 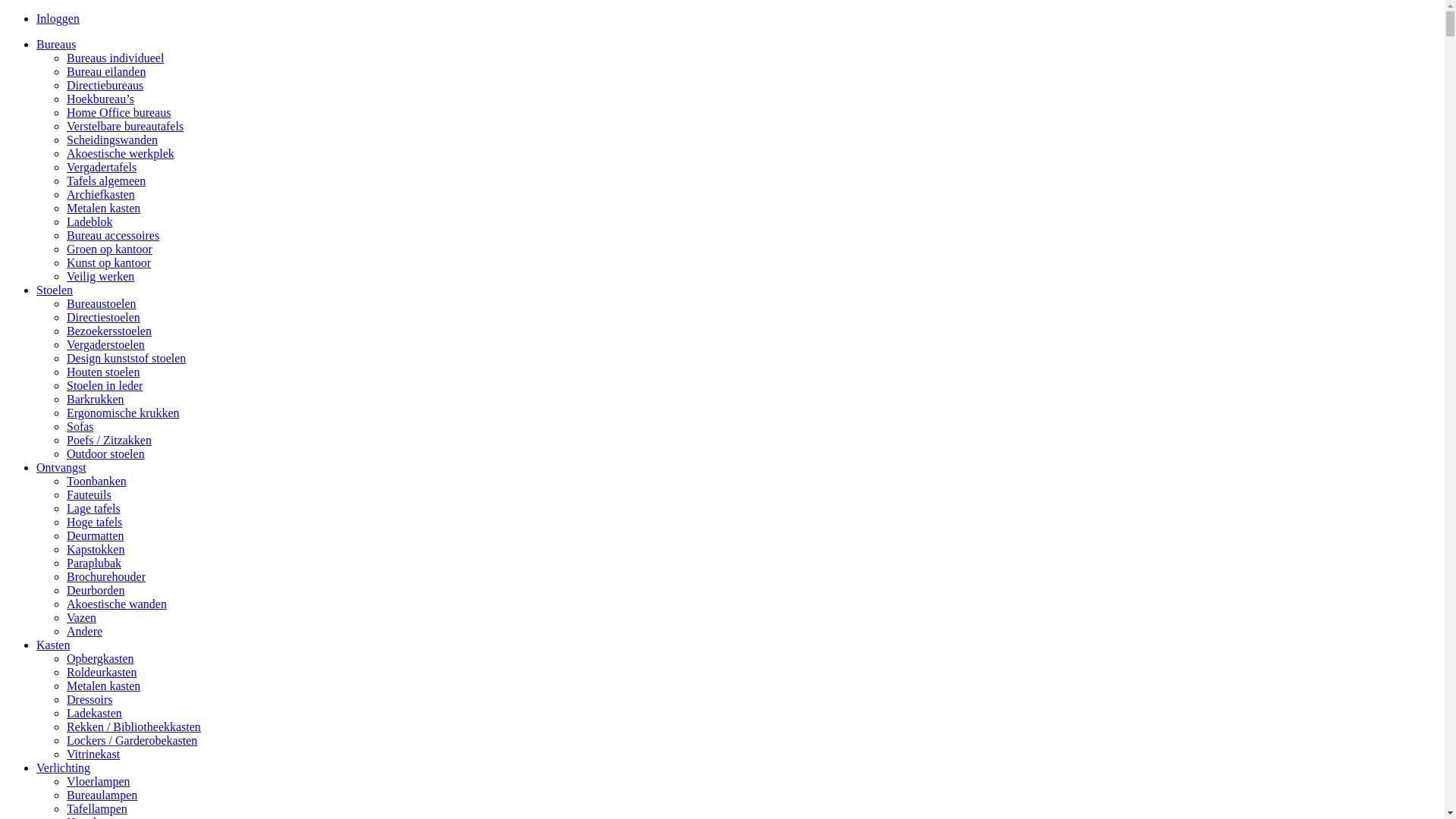 I want to click on 'Opbergkasten', so click(x=99, y=657).